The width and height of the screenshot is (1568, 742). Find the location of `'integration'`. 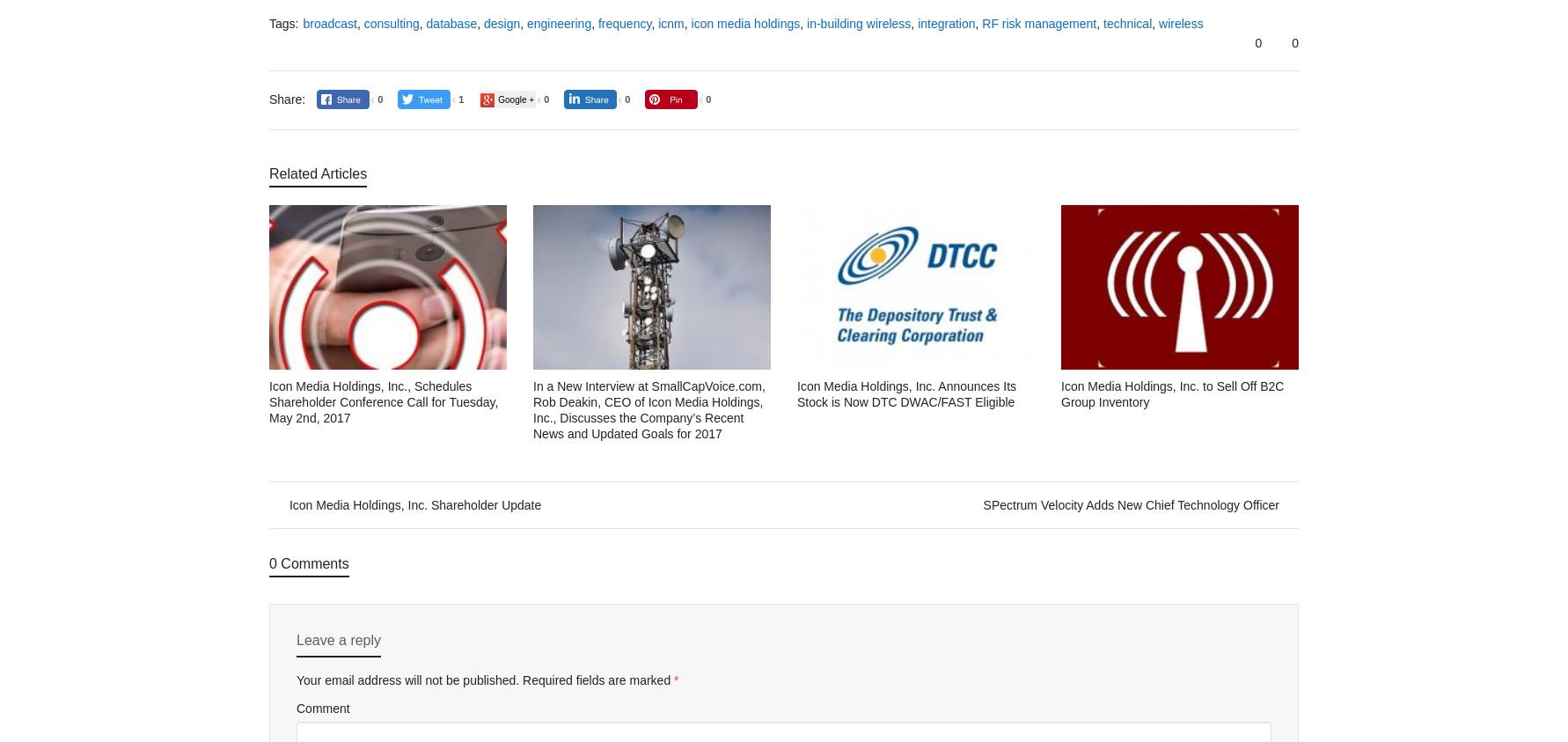

'integration' is located at coordinates (946, 22).